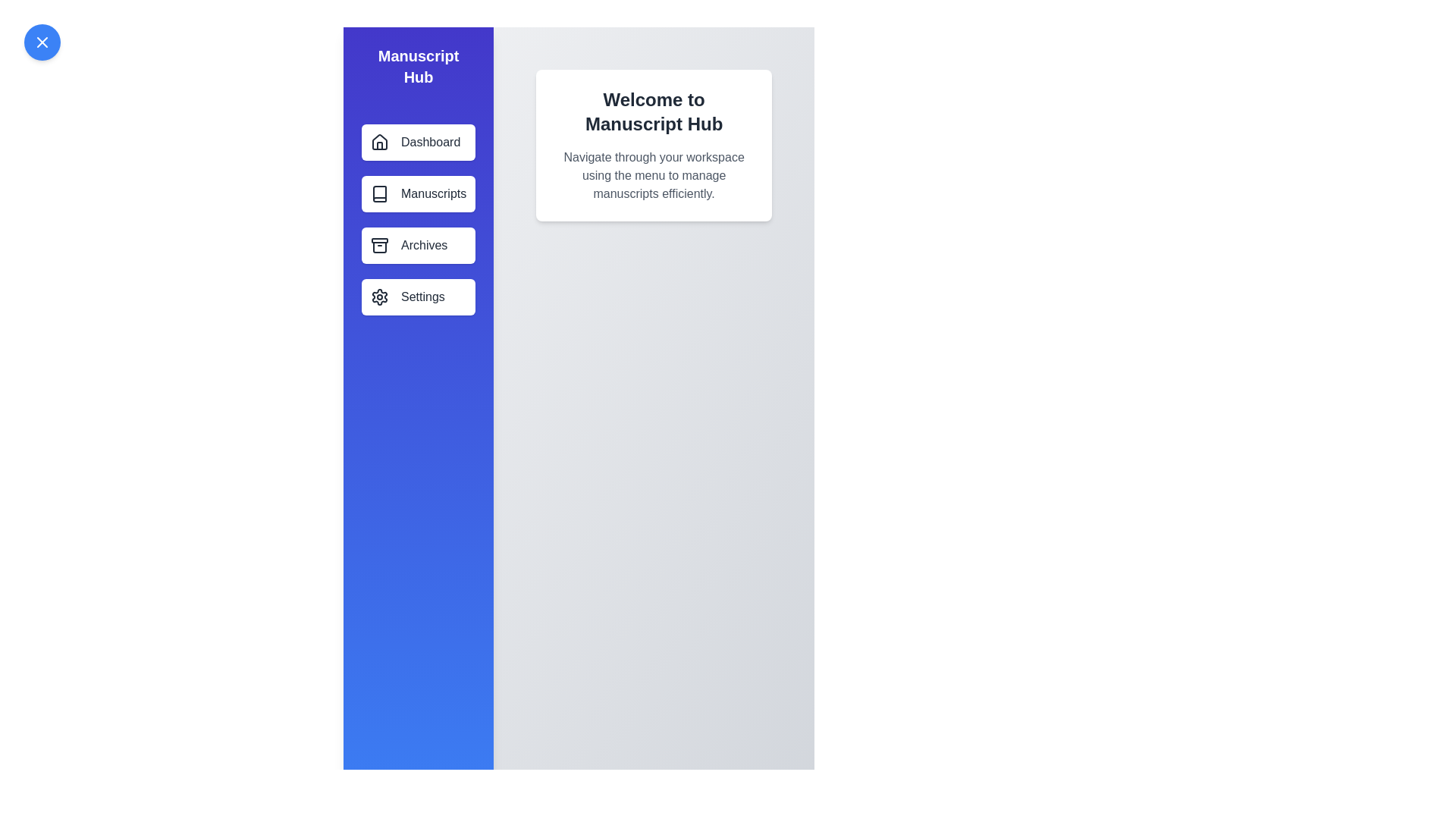 The height and width of the screenshot is (819, 1456). I want to click on the menu item labeled Settings, so click(419, 297).